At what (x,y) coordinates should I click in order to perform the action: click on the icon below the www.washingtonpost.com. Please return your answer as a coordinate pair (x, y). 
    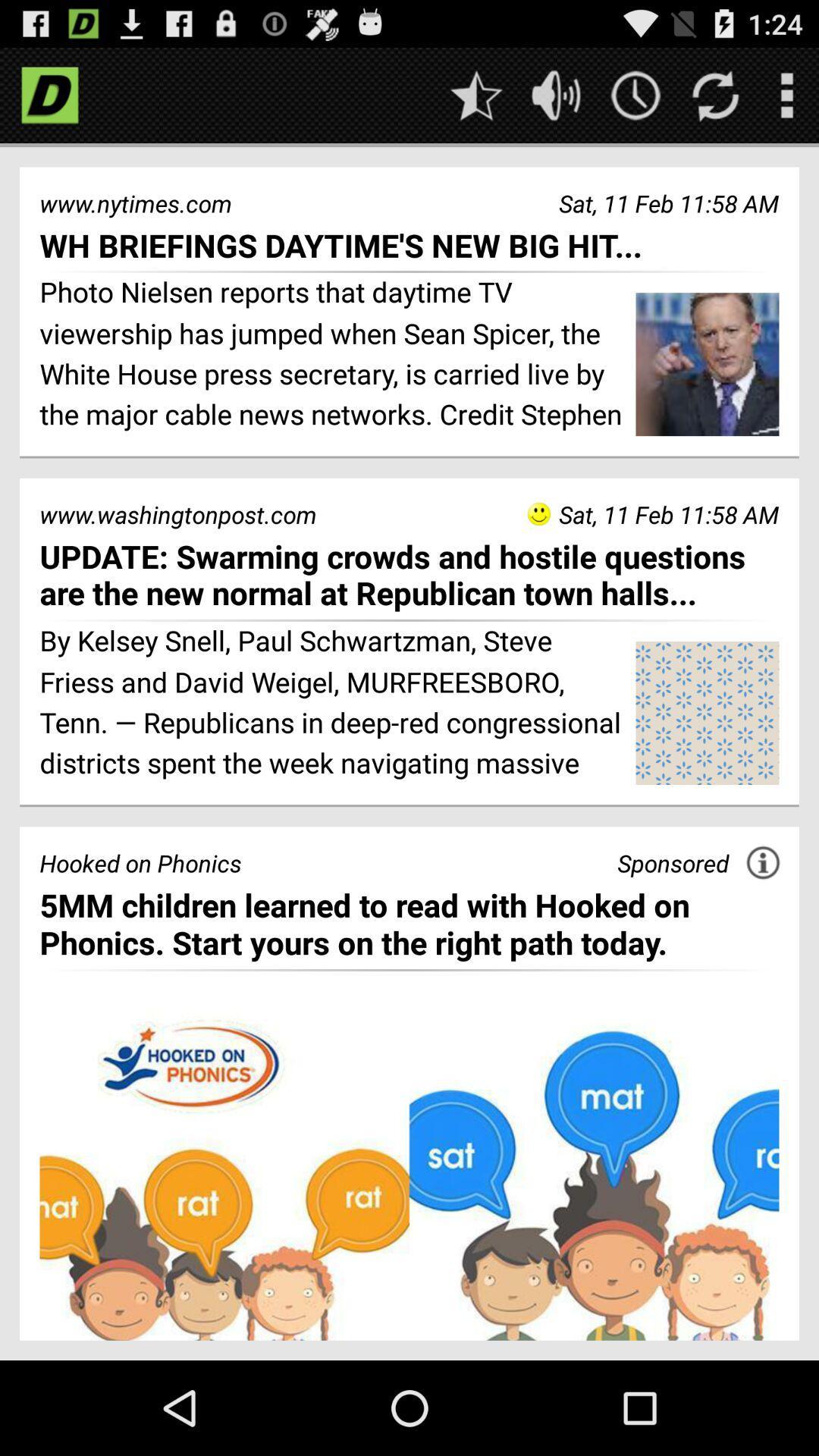
    Looking at the image, I should click on (409, 574).